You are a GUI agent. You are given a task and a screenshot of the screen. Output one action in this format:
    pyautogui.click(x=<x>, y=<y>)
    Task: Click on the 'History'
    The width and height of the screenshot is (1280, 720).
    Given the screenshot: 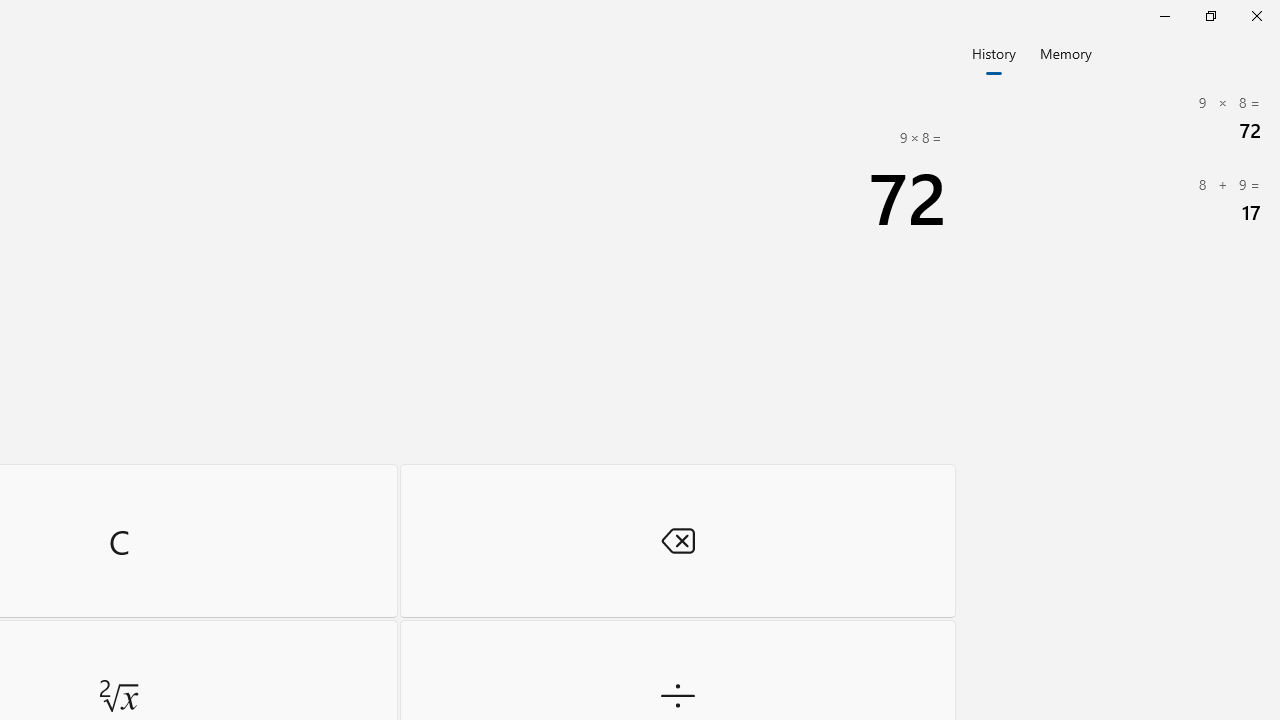 What is the action you would take?
    pyautogui.click(x=993, y=51)
    